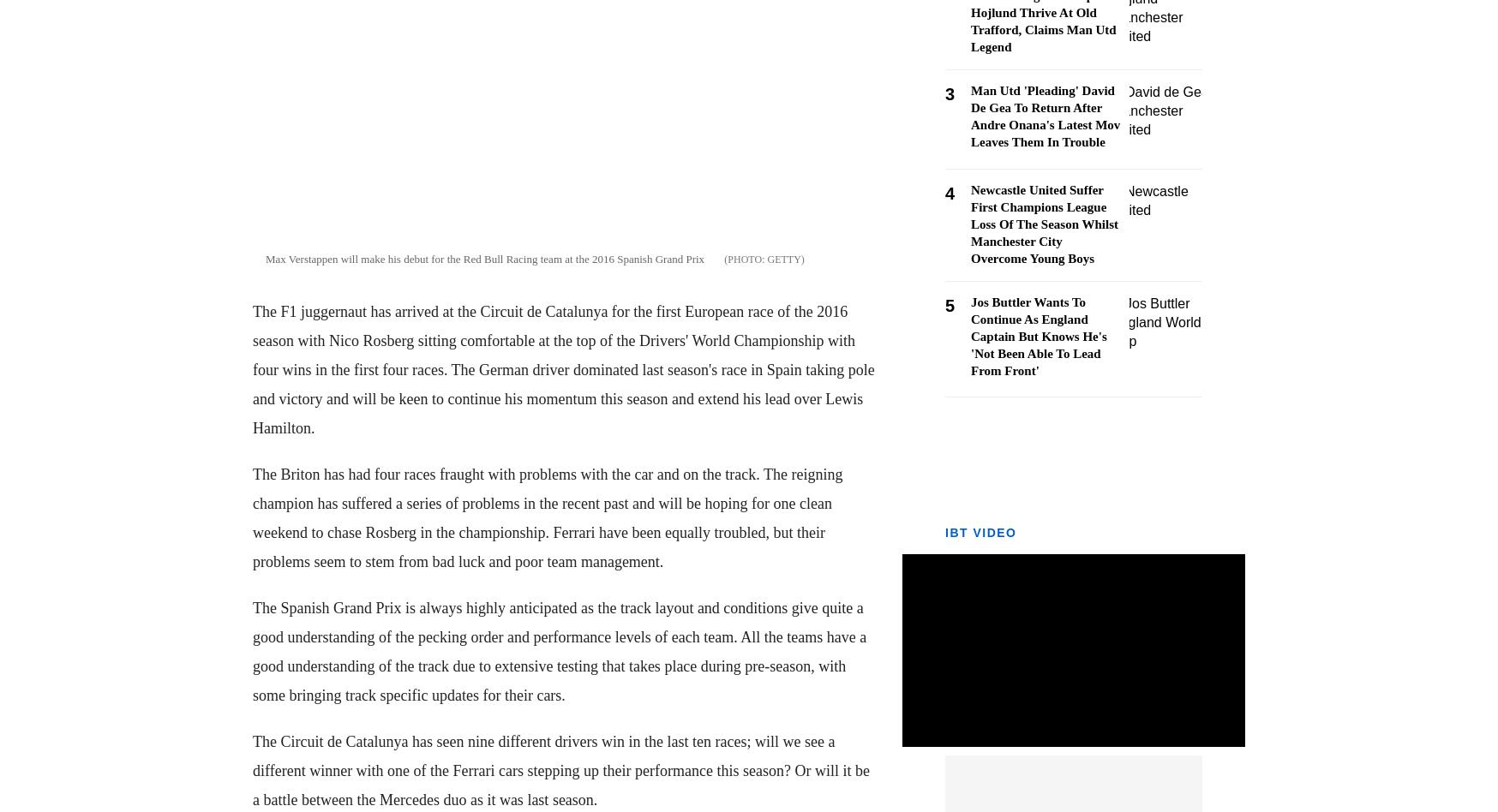 Image resolution: width=1498 pixels, height=812 pixels. What do you see at coordinates (944, 305) in the screenshot?
I see `'5'` at bounding box center [944, 305].